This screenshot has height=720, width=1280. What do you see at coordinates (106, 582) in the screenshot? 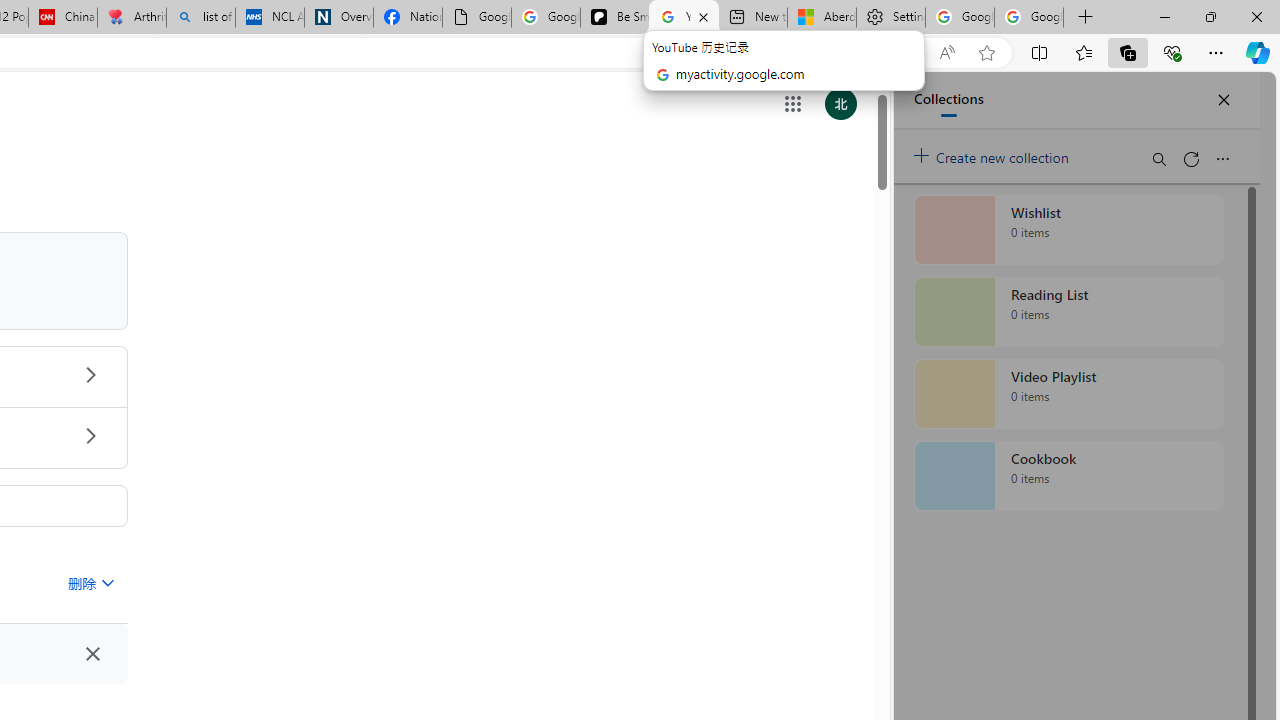
I see `'Class: asE2Ub NMm5M'` at bounding box center [106, 582].